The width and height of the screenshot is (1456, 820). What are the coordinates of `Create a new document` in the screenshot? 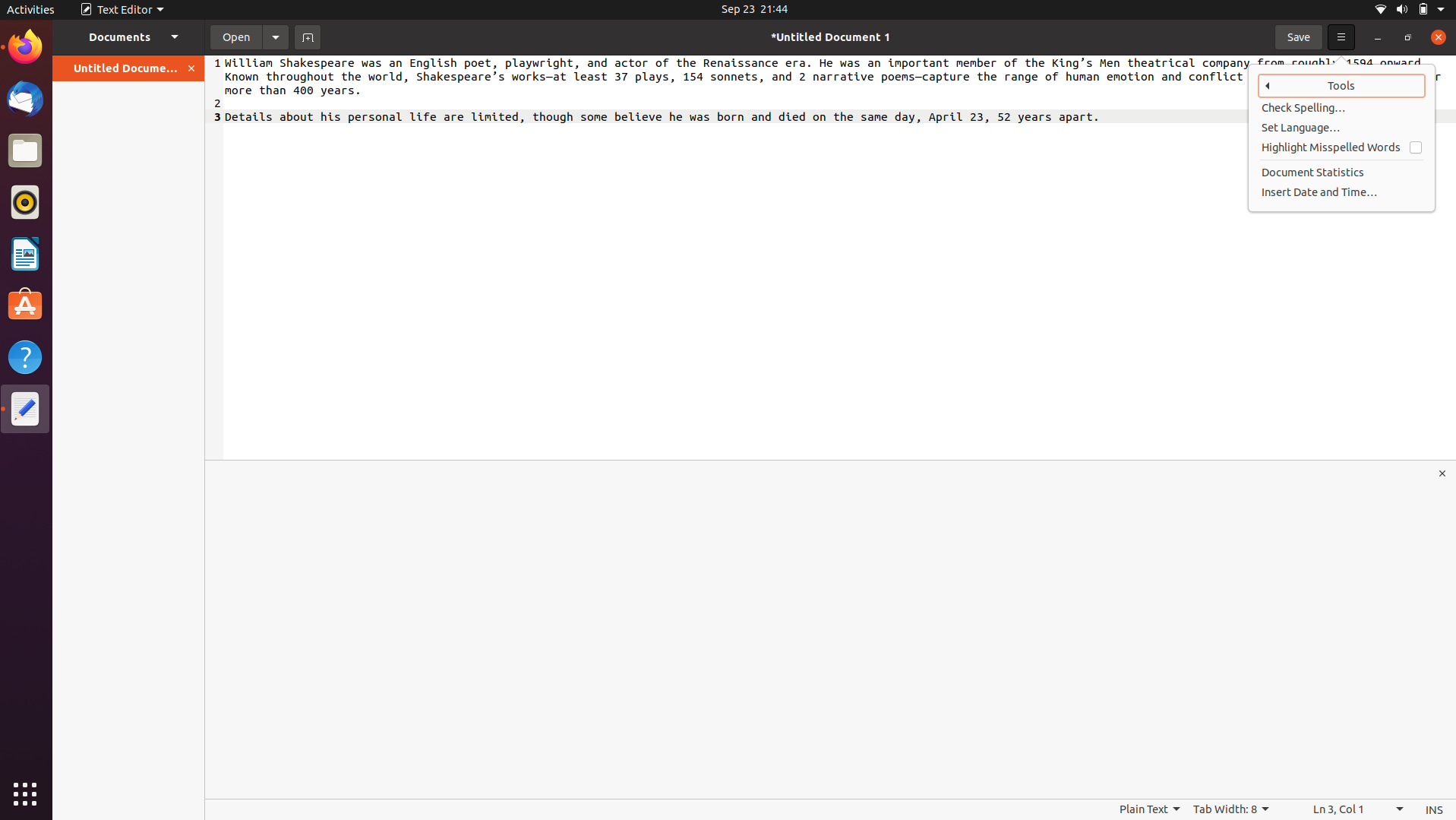 It's located at (307, 36).